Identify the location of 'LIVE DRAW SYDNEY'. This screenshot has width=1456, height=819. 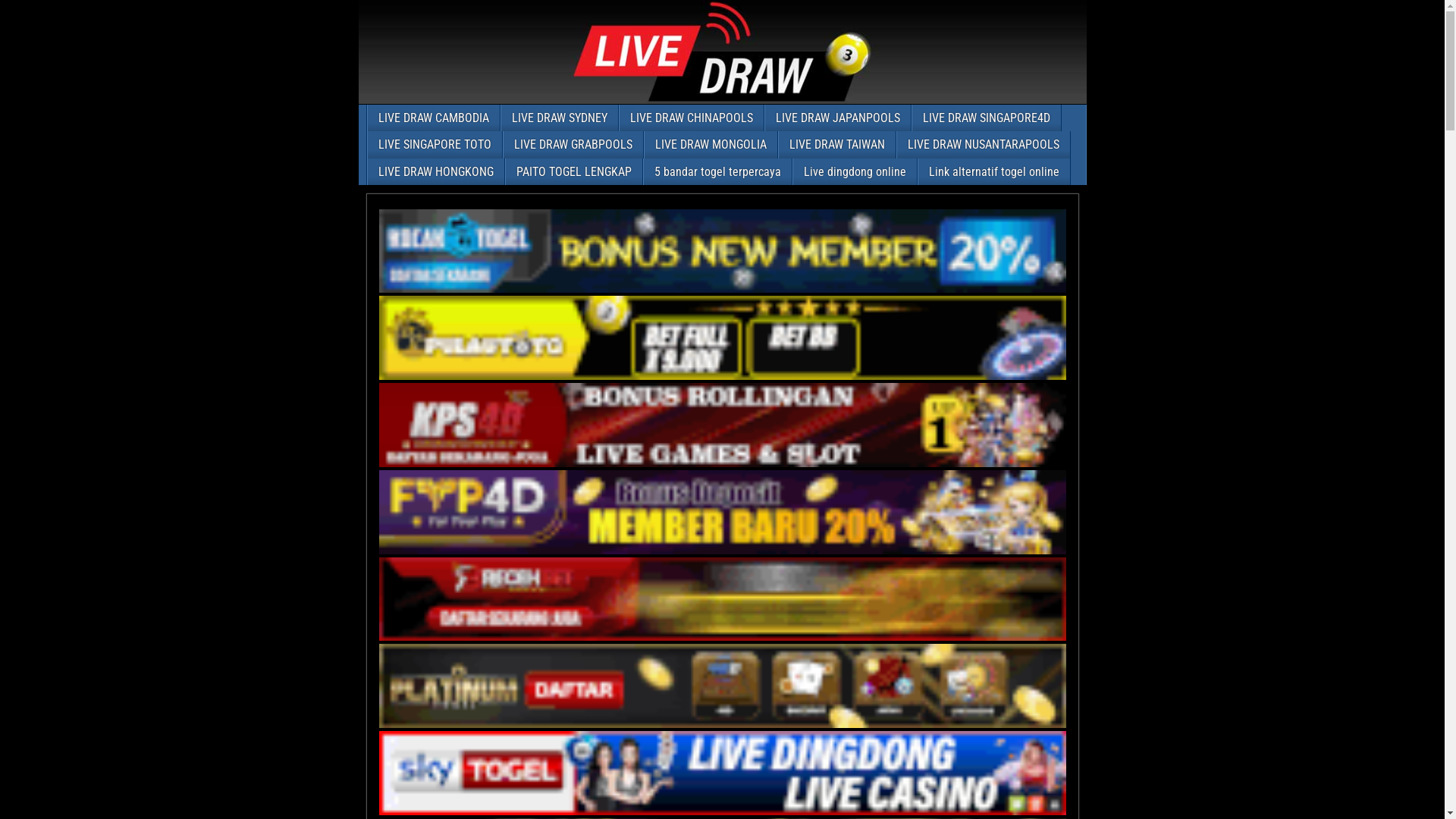
(558, 117).